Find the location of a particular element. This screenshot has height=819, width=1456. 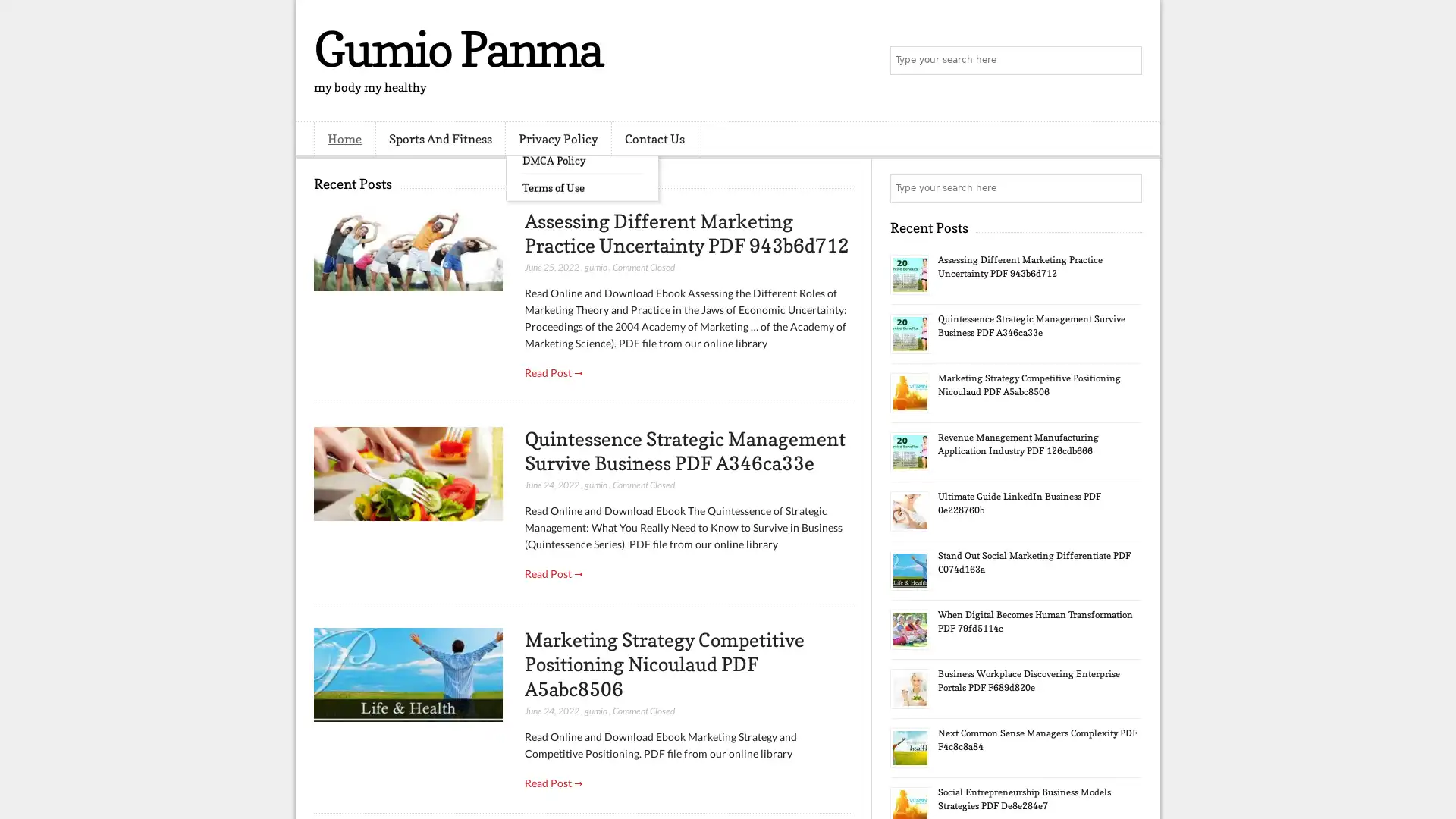

Search is located at coordinates (1126, 61).